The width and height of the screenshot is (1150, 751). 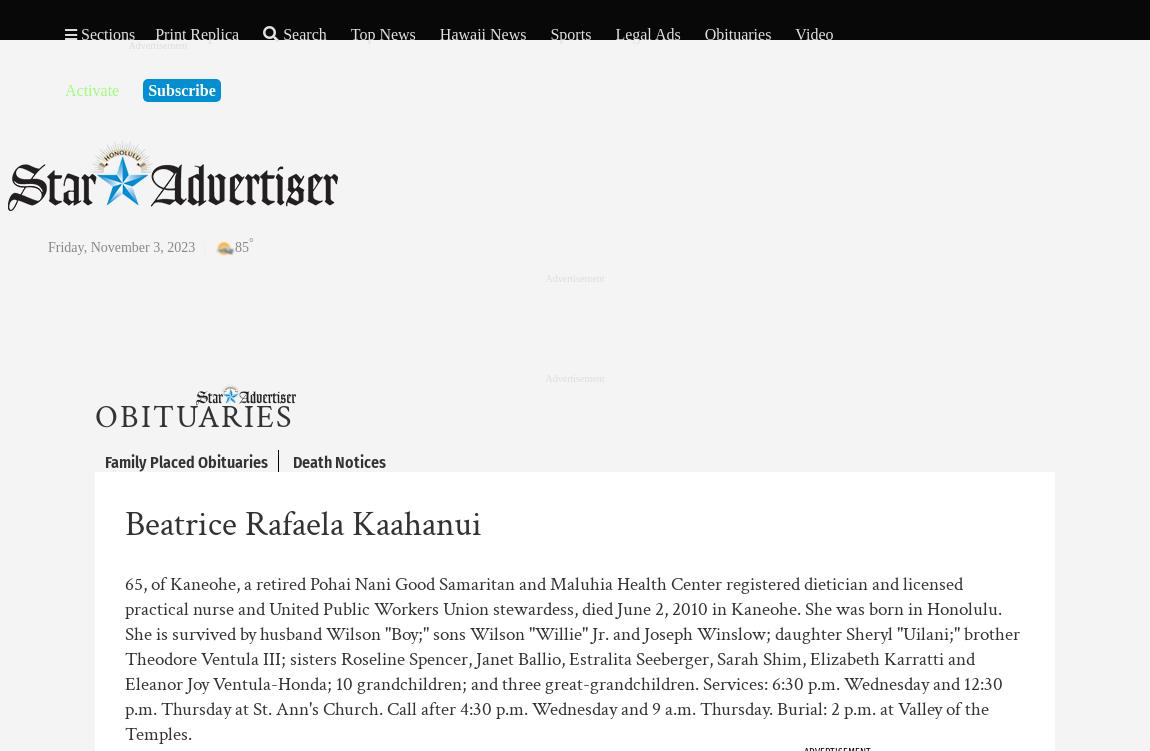 I want to click on 'Video', so click(x=812, y=34).